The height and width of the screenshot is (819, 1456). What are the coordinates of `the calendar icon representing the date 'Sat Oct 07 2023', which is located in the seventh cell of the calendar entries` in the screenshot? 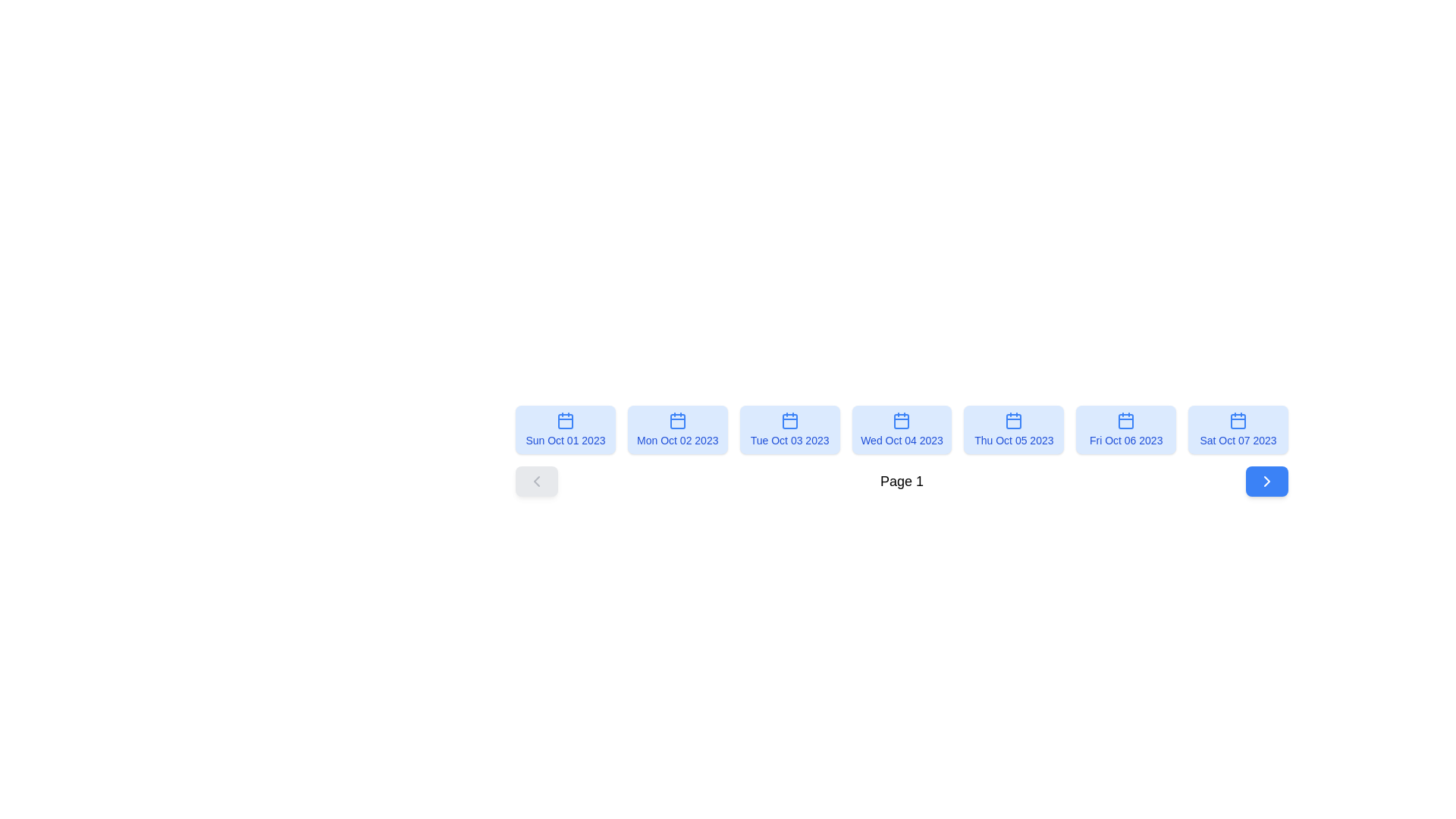 It's located at (1238, 421).